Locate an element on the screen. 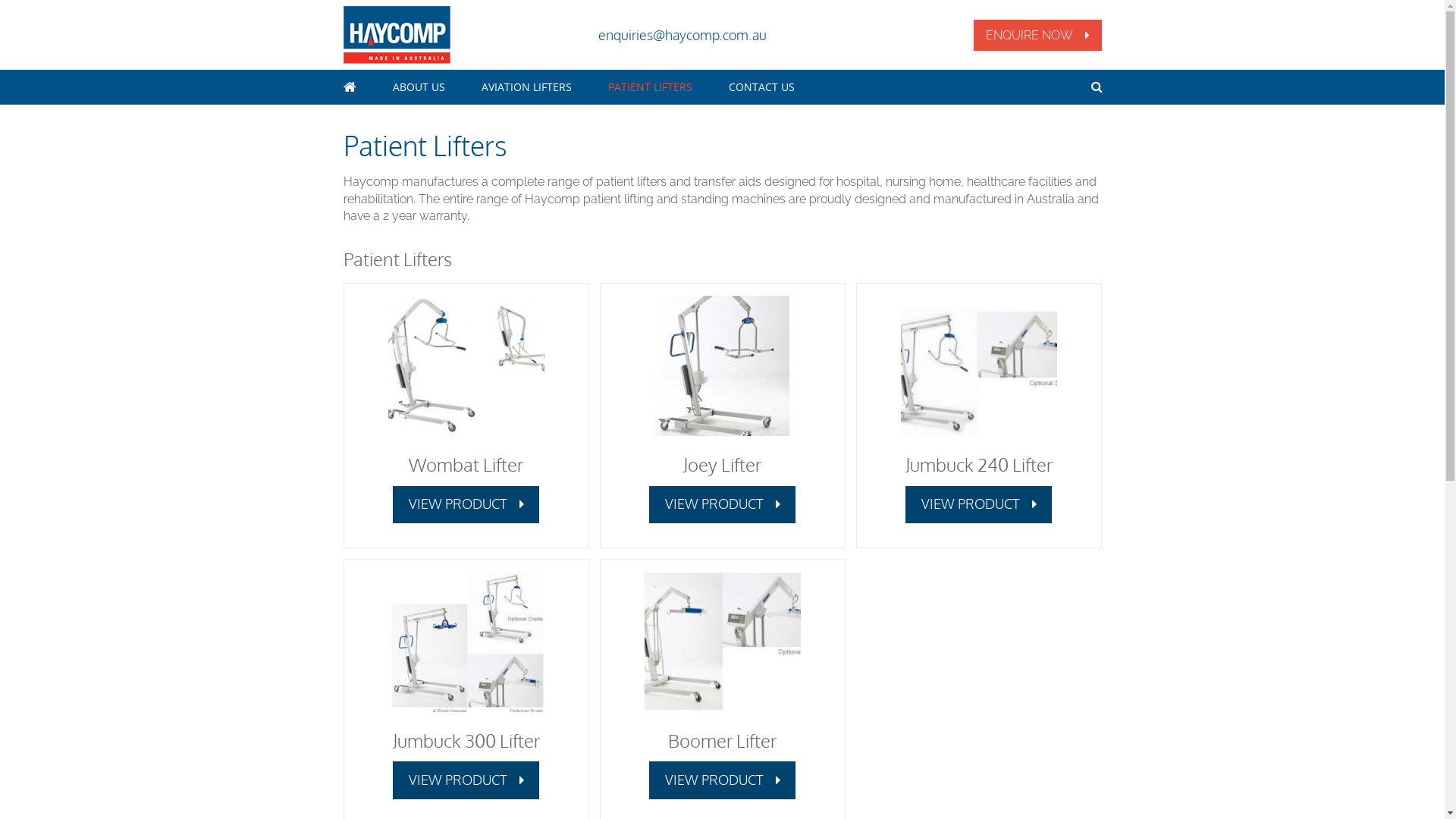 The height and width of the screenshot is (819, 1456). 'CONTACT US' is located at coordinates (761, 87).